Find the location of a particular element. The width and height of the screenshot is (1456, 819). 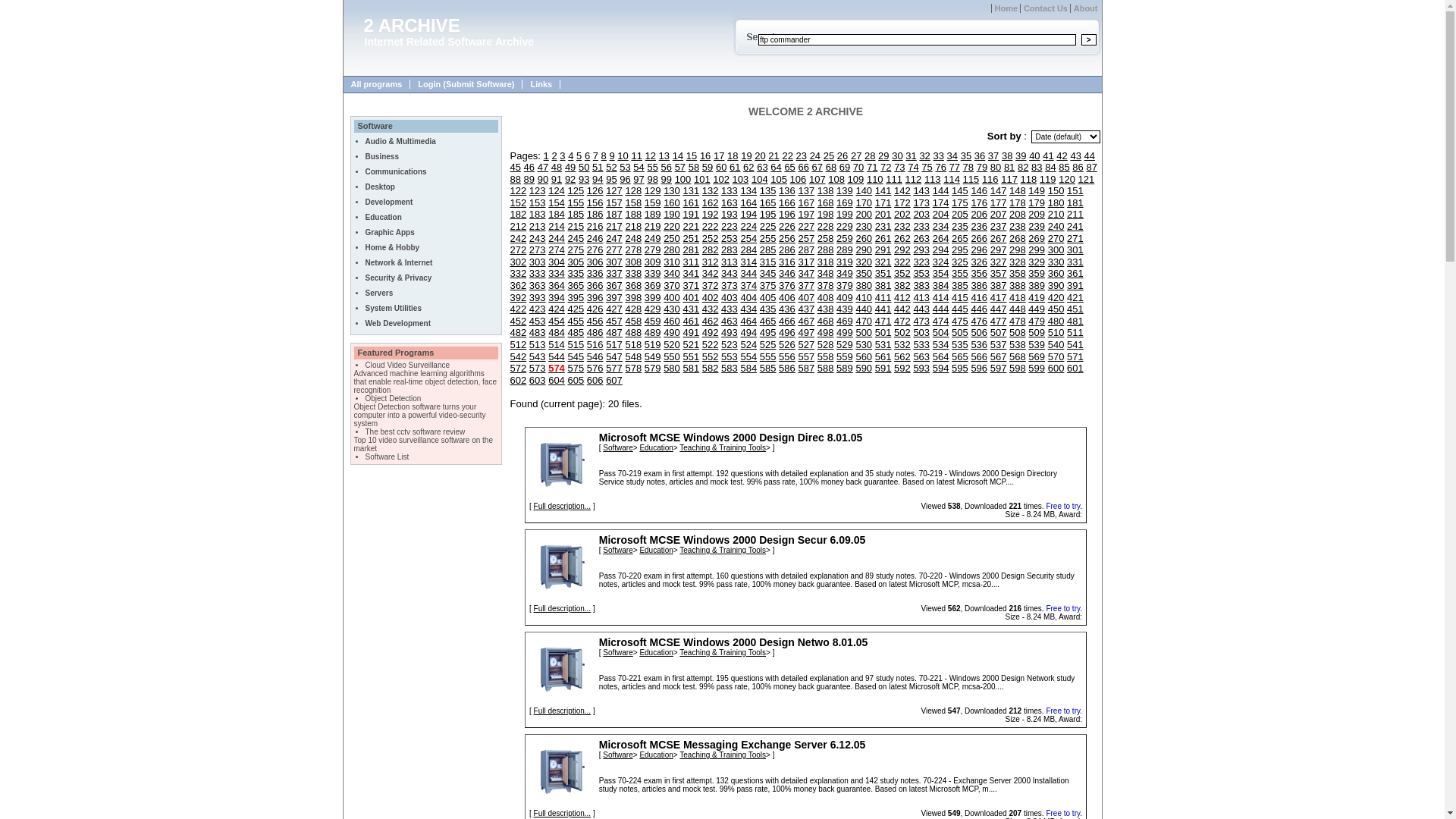

'329' is located at coordinates (1036, 261).